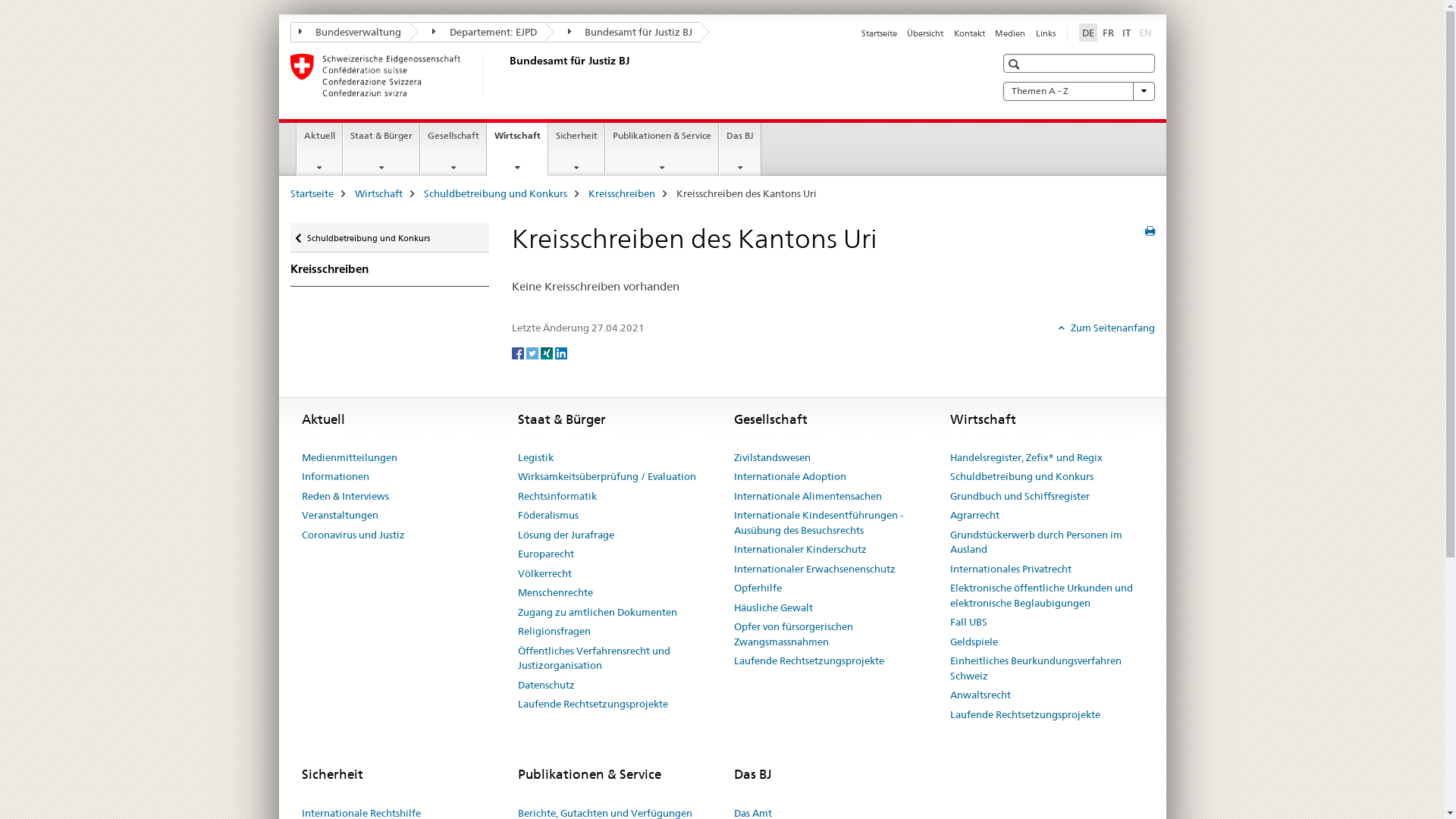 The height and width of the screenshot is (819, 1456). I want to click on 'DE', so click(1087, 32).